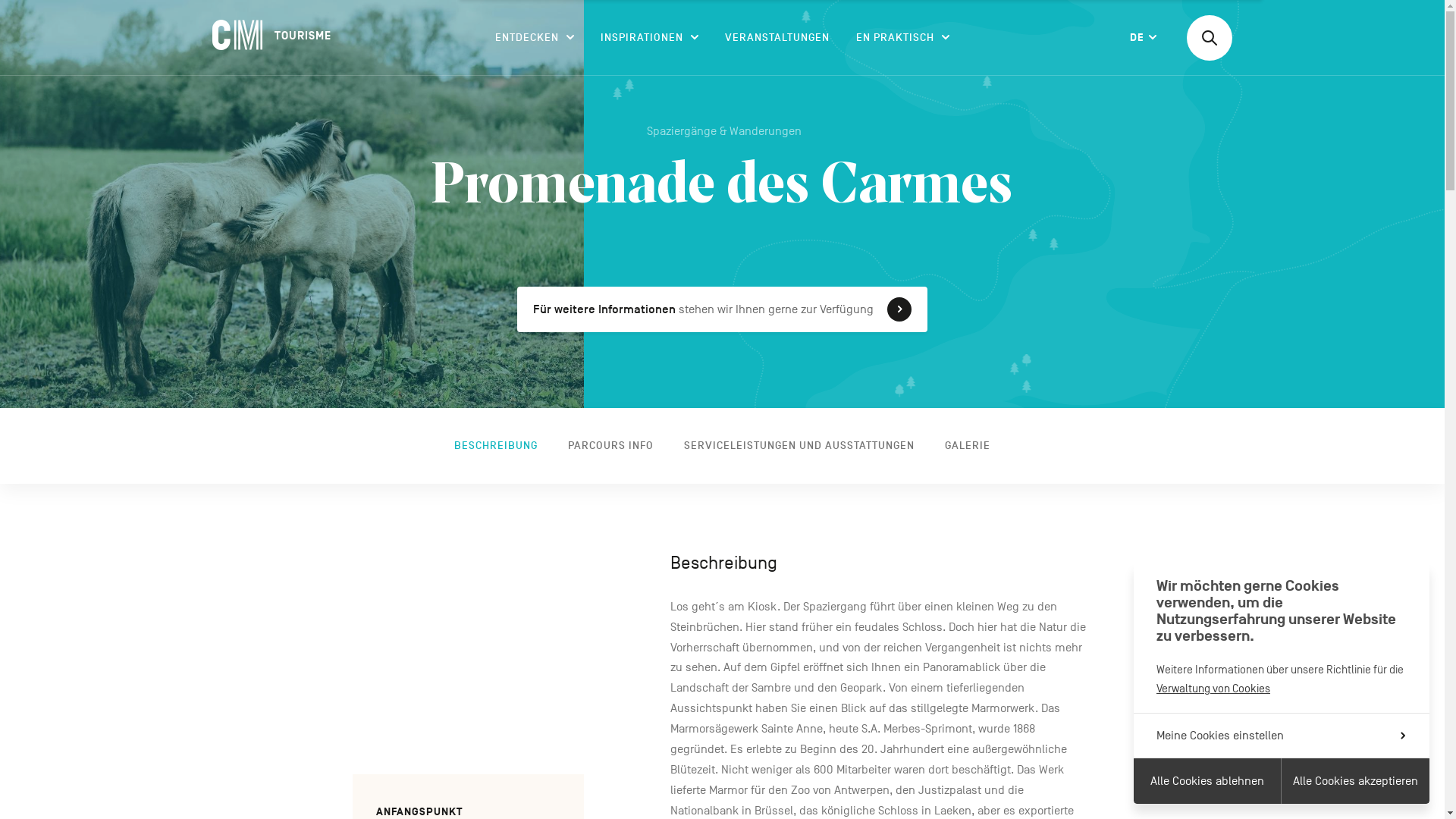 The image size is (1456, 819). What do you see at coordinates (535, 37) in the screenshot?
I see `'ENTDECKEN'` at bounding box center [535, 37].